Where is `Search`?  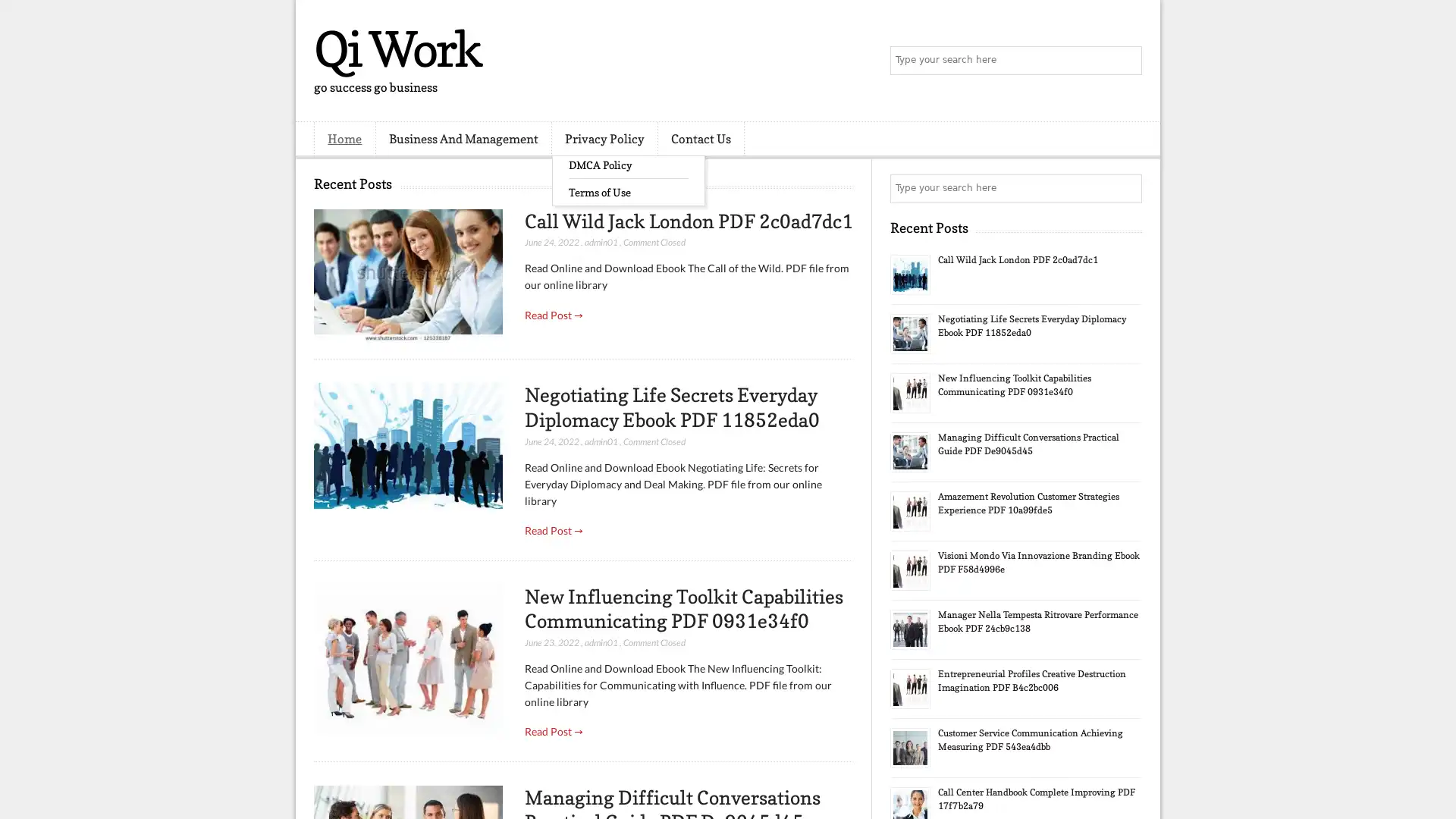 Search is located at coordinates (1126, 188).